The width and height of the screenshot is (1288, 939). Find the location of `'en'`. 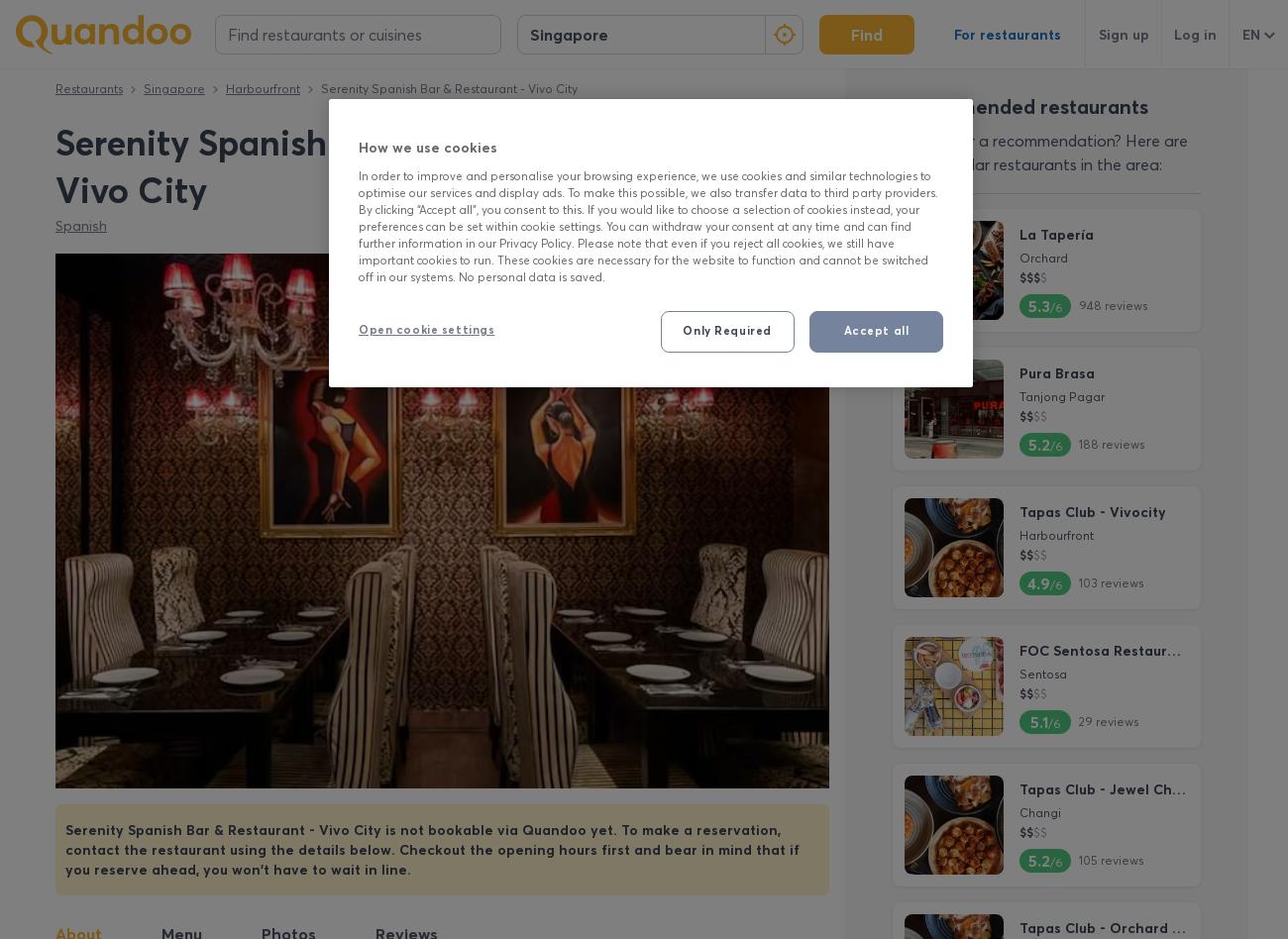

'en' is located at coordinates (1250, 34).